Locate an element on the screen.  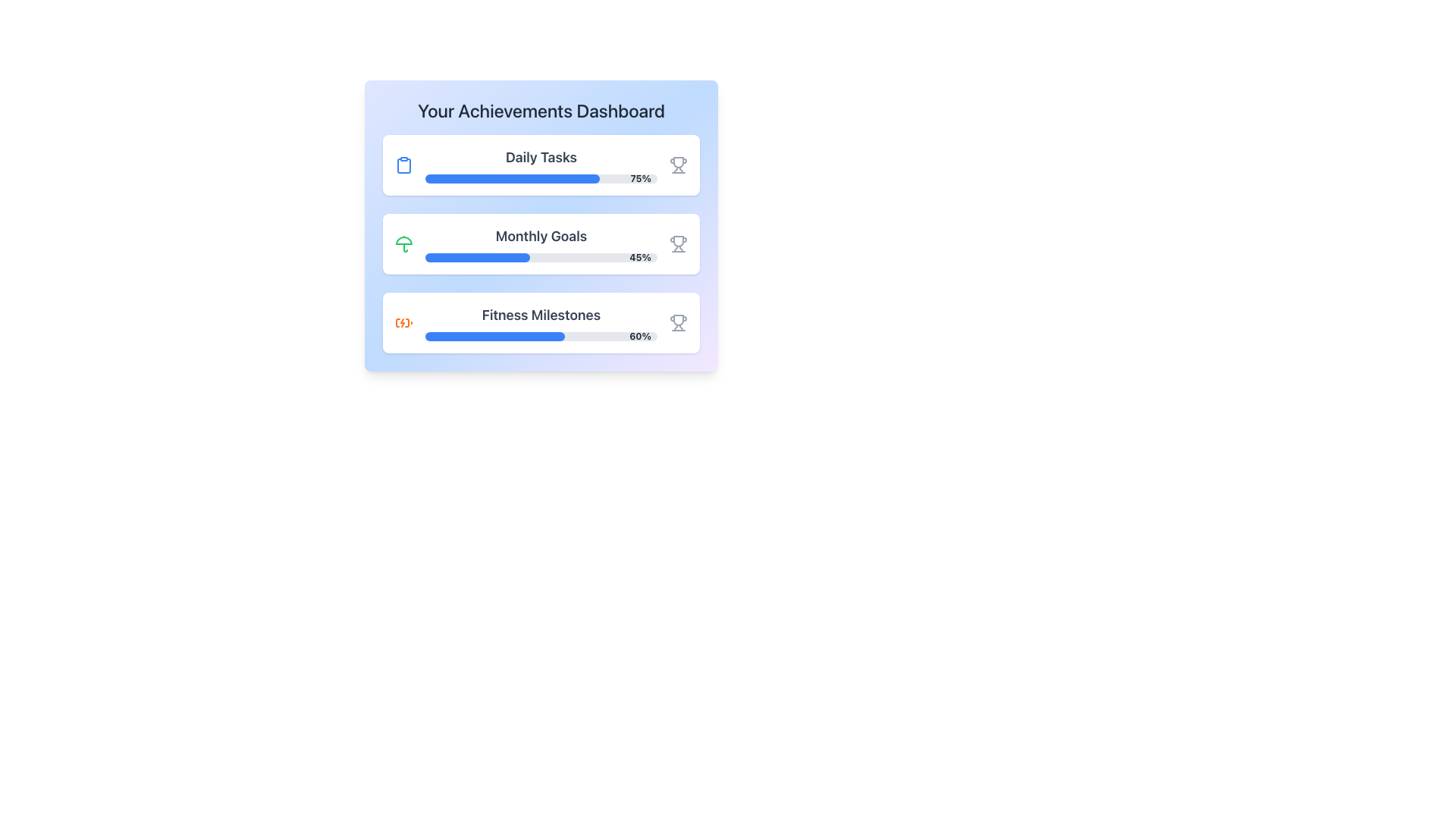
the progress bars visually displayed within the 'Your Achievements Dashboard' panel, which features a gradient background and sections for 'Daily Tasks', 'Monthly Goals', and 'Fitness Milestones' is located at coordinates (541, 225).